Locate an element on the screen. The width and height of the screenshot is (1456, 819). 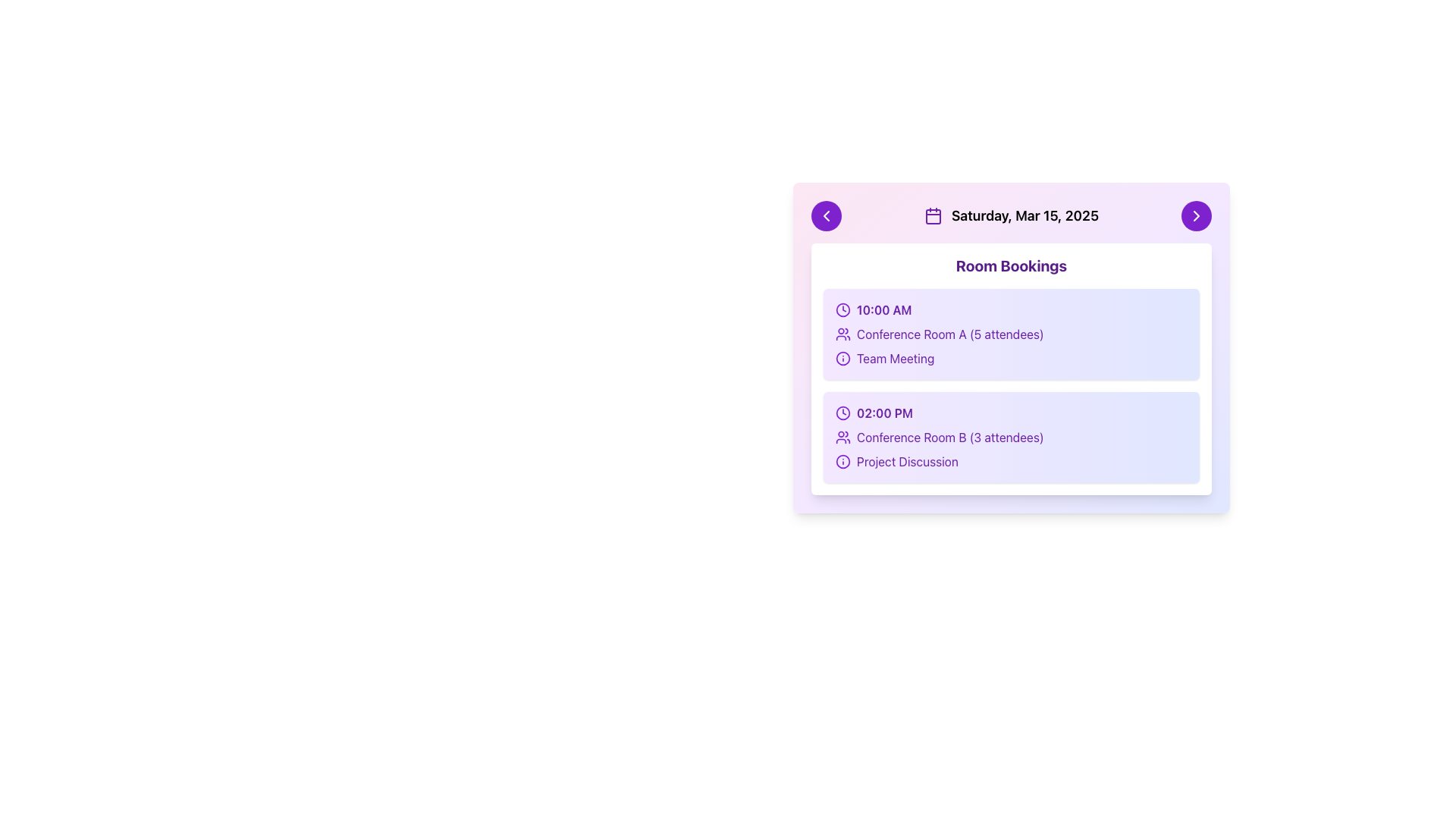
the information icon located to the left of the 'Team Meeting' text within the event card under 'Room Bookings' is located at coordinates (843, 359).